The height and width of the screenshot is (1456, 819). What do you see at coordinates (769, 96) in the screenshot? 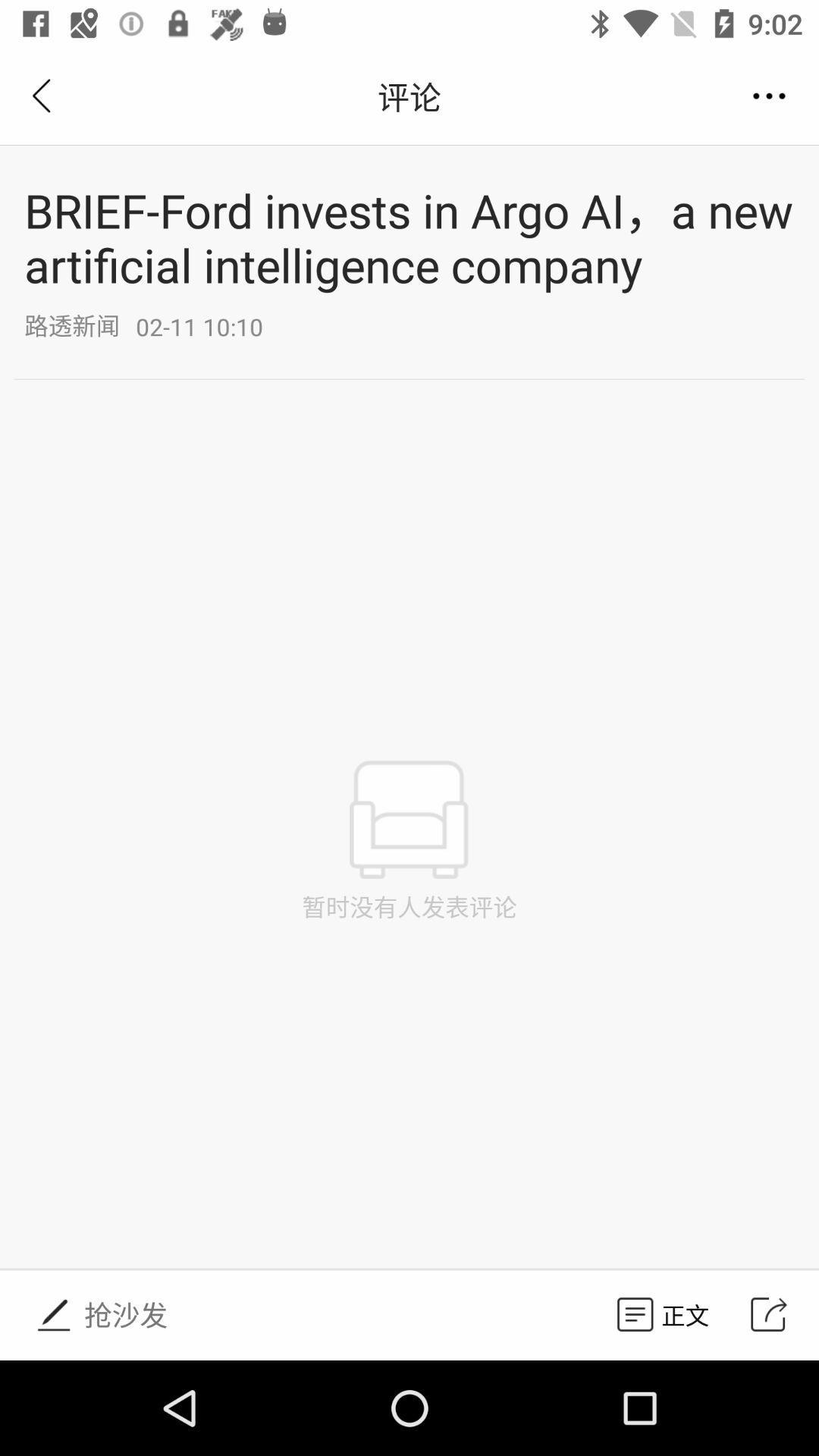
I see `the button under 902` at bounding box center [769, 96].